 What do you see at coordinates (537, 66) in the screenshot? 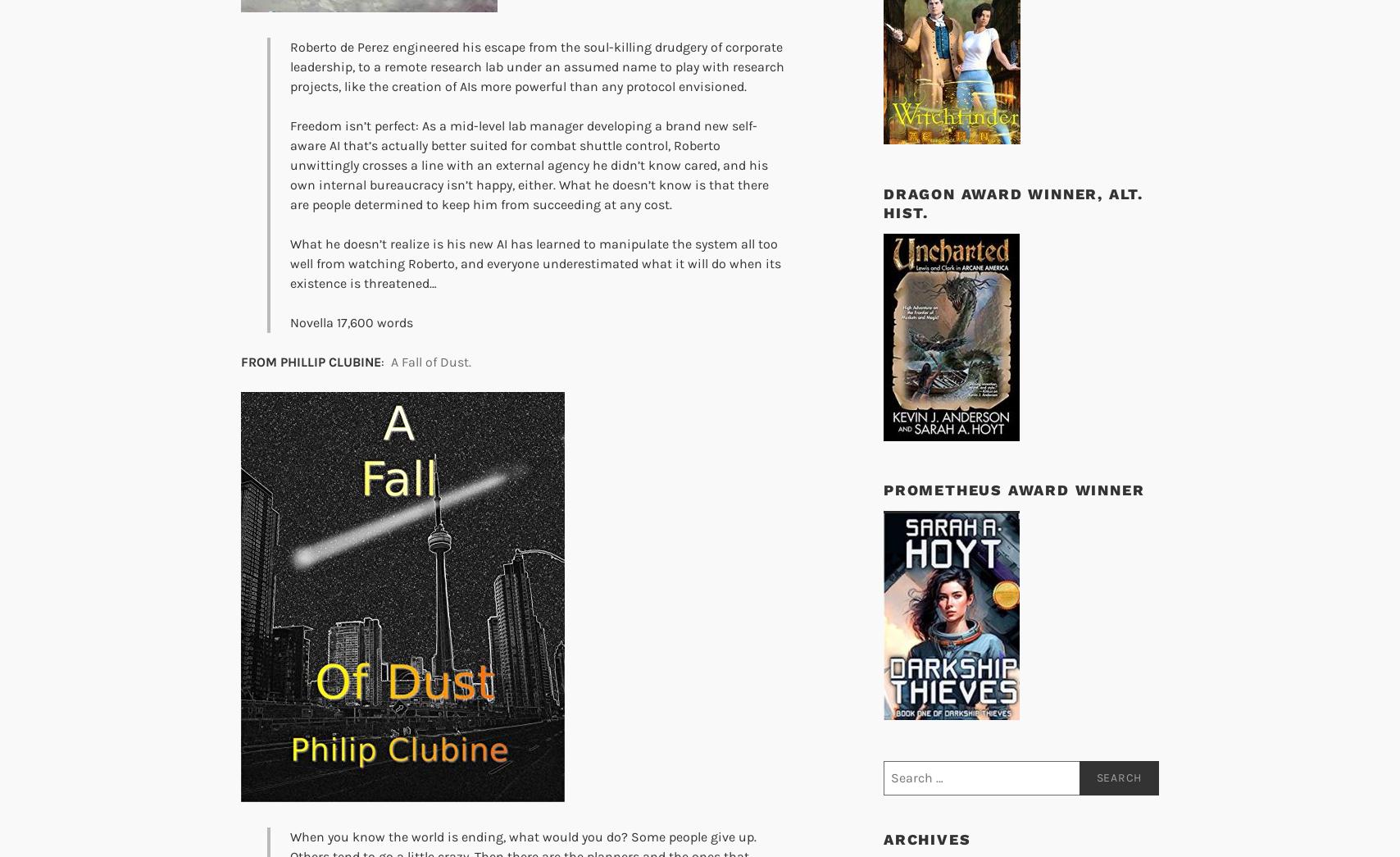
I see `'Roberto de Perez engineered his escape from the soul-killing drudgery of corporate leadership, to a remote research lab under an assumed name to play with research projects, like the creation of AIs more powerful than any protocol envisioned.'` at bounding box center [537, 66].